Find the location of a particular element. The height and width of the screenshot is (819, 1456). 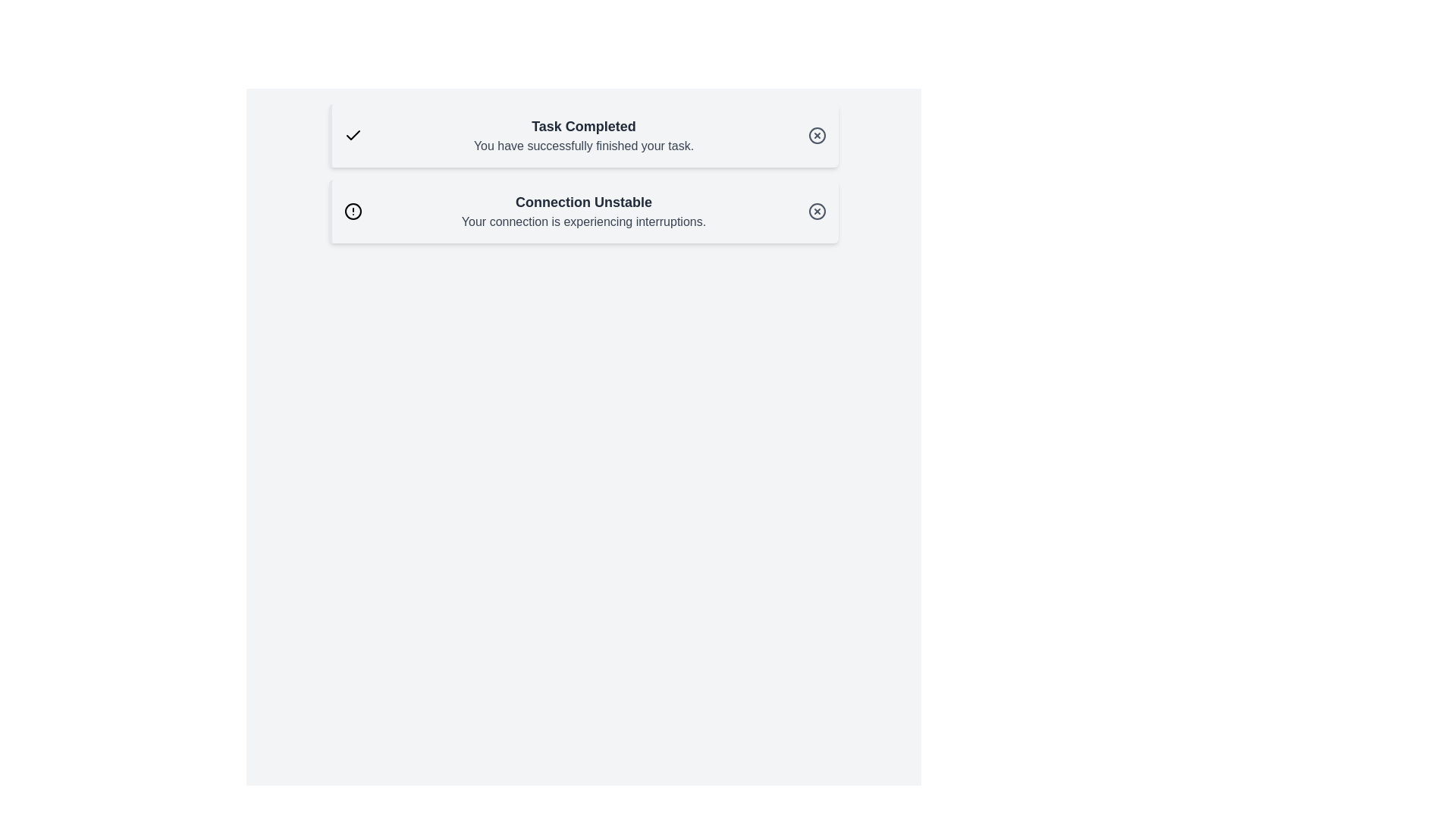

message from the Notification box, which is the second item in a vertical list informing the user of connectivity issues is located at coordinates (582, 211).